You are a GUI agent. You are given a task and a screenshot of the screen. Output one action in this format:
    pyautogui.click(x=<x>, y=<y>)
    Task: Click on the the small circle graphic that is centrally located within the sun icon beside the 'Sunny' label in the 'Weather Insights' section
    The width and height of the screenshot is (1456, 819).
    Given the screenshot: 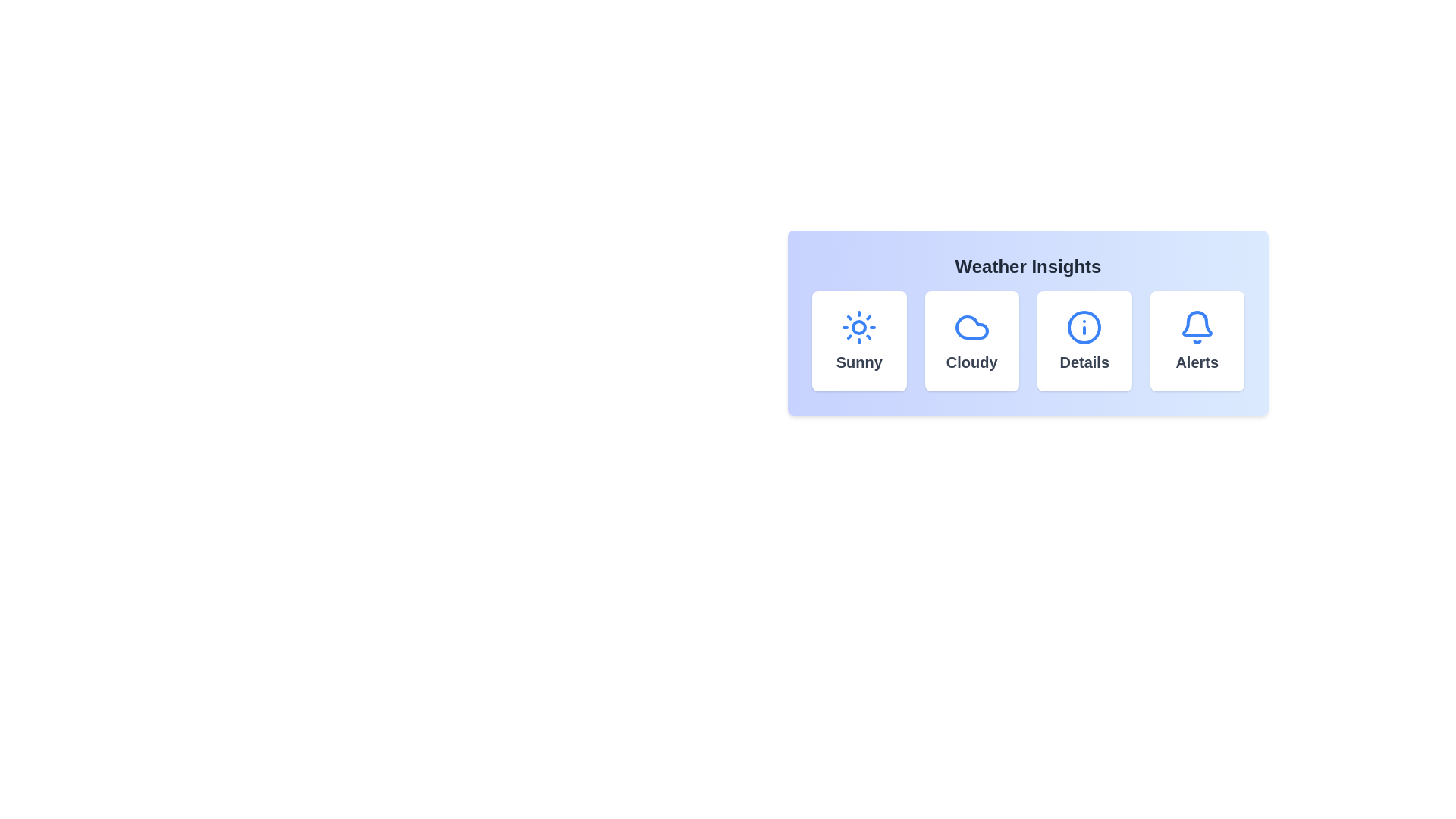 What is the action you would take?
    pyautogui.click(x=859, y=327)
    